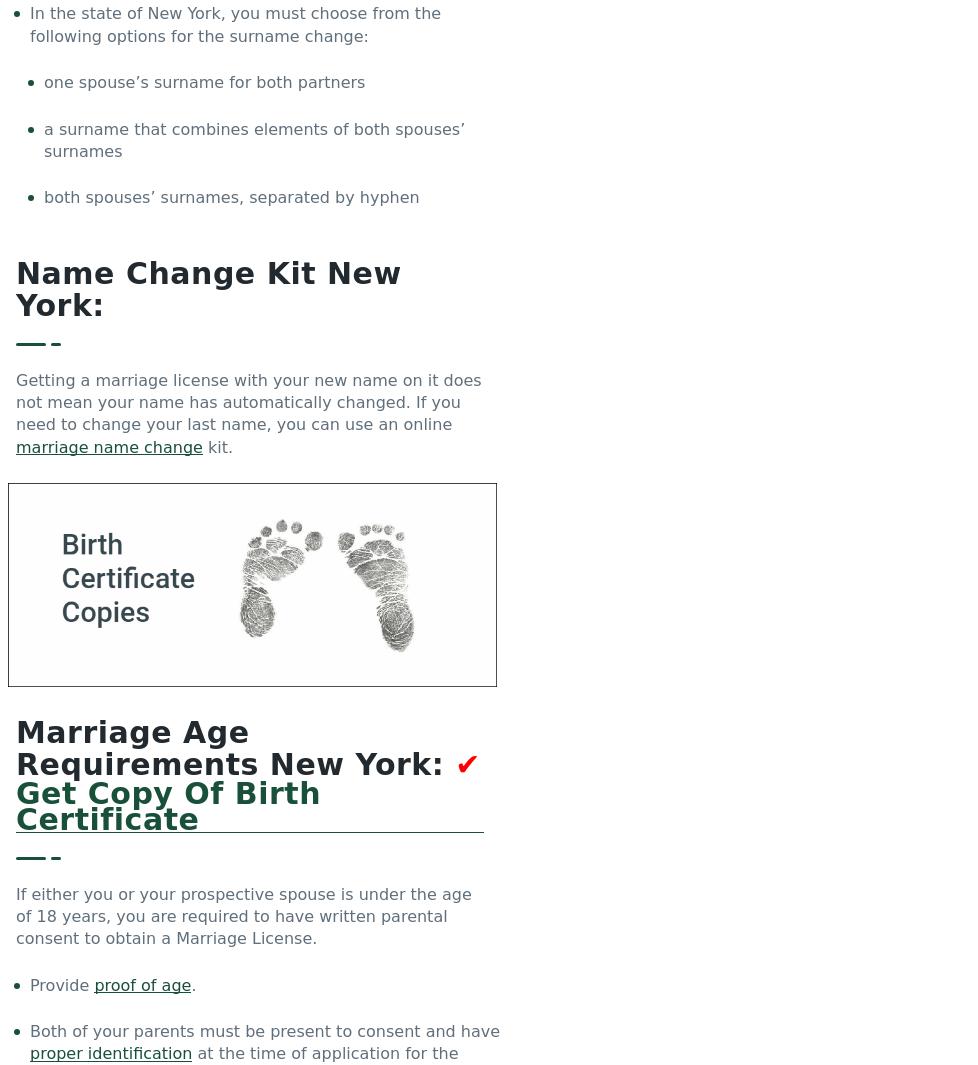 The height and width of the screenshot is (1065, 978). I want to click on 'one spouse’s surname for both partners', so click(204, 81).